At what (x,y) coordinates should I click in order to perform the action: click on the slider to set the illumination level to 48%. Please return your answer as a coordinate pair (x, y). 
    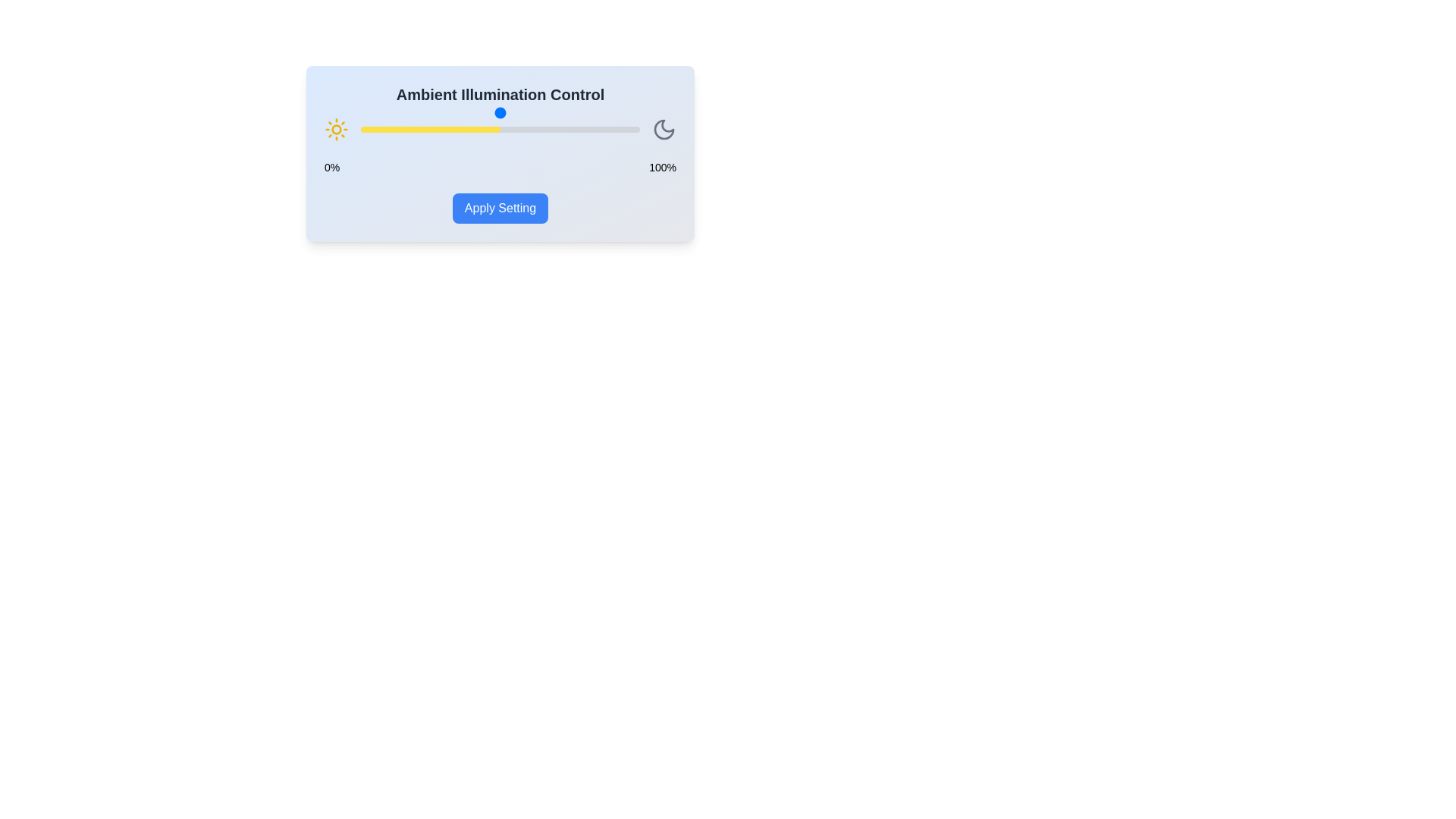
    Looking at the image, I should click on (494, 128).